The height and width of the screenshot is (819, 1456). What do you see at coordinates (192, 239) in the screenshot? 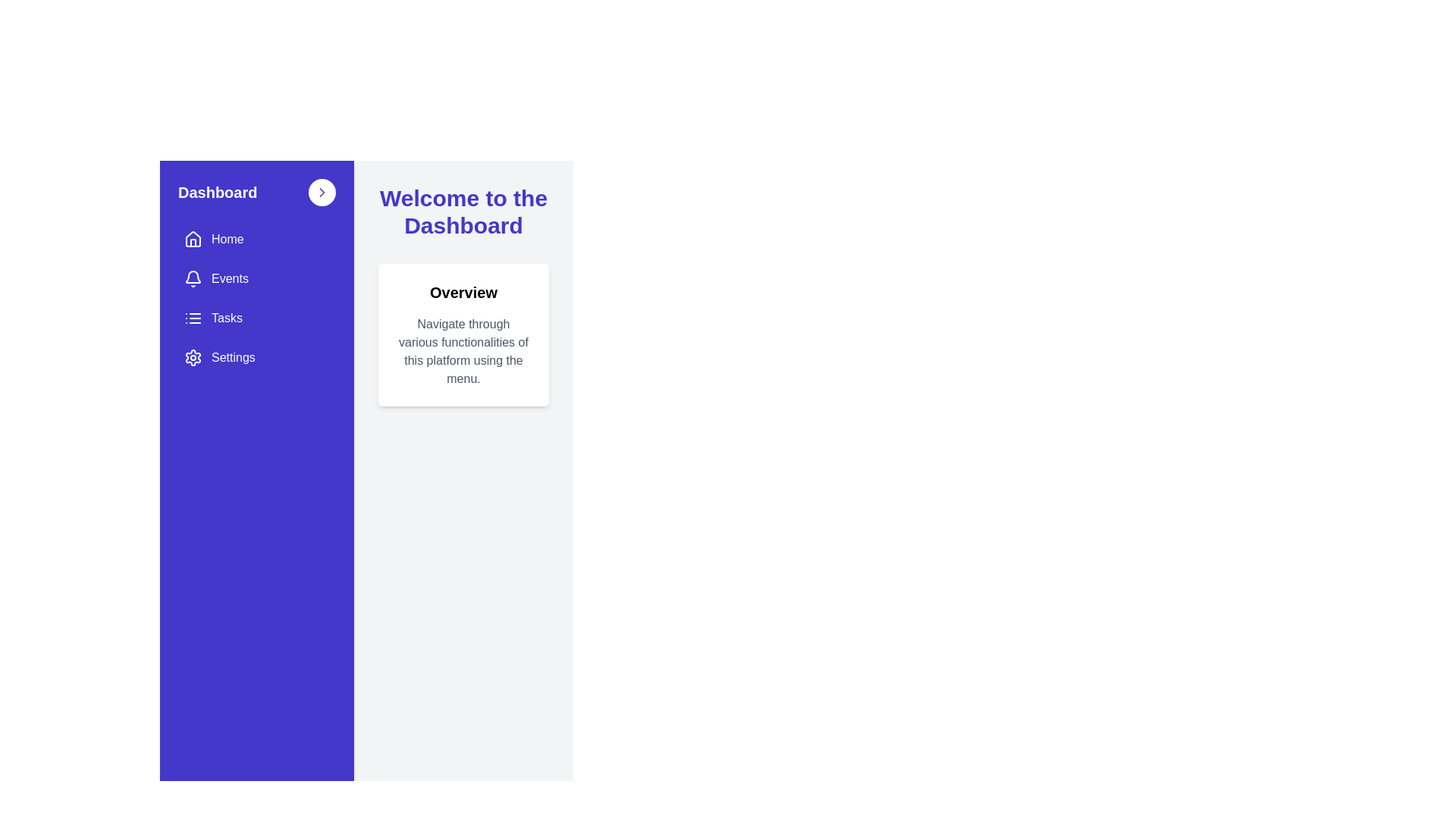
I see `the house icon located in the left-hand sidebar, adjacent to the text label 'Home'` at bounding box center [192, 239].